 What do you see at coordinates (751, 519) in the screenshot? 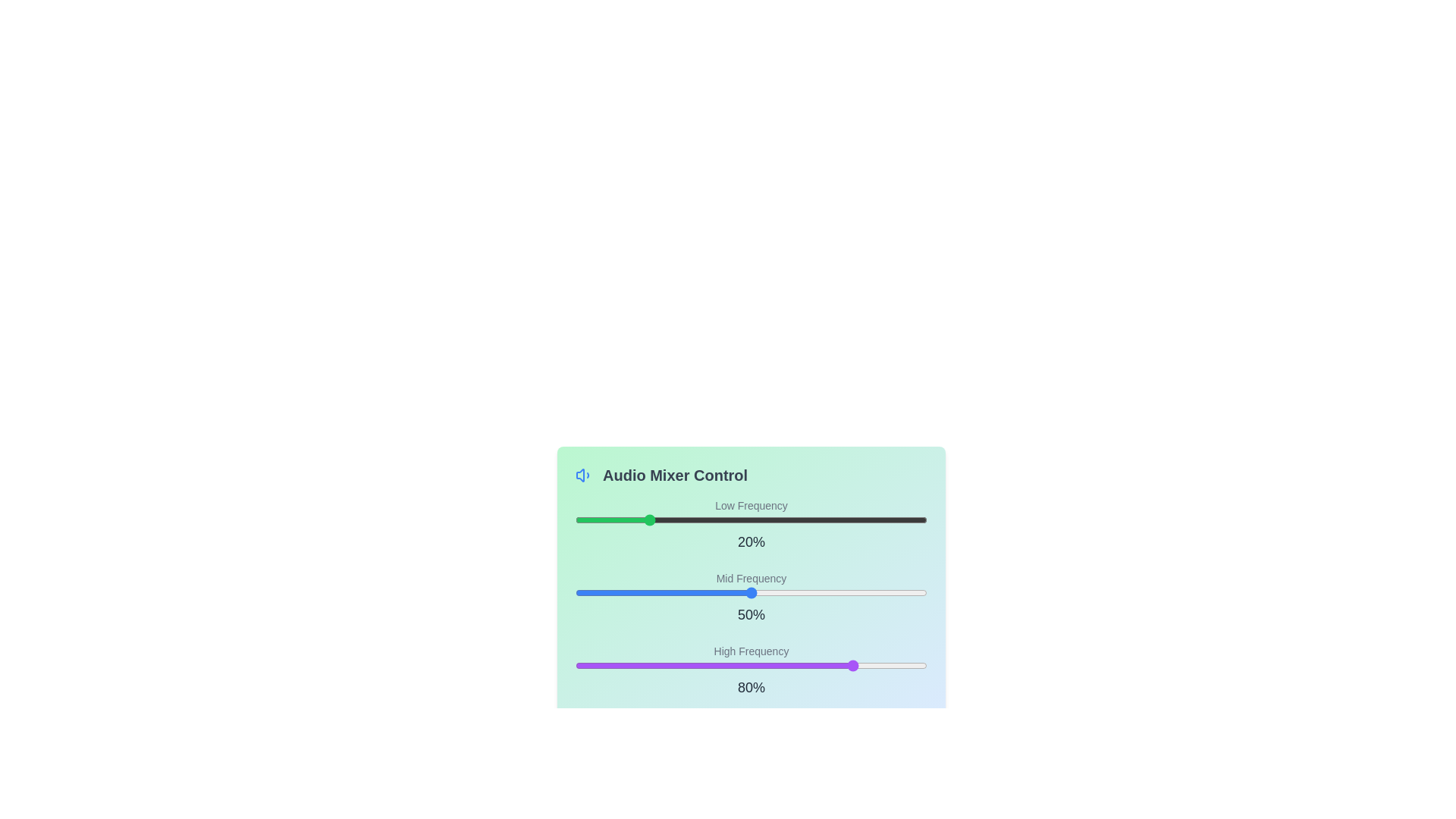
I see `the horizontal slider track located below the 'Low Frequency' label and above the '20%' text to move the green thumb` at bounding box center [751, 519].